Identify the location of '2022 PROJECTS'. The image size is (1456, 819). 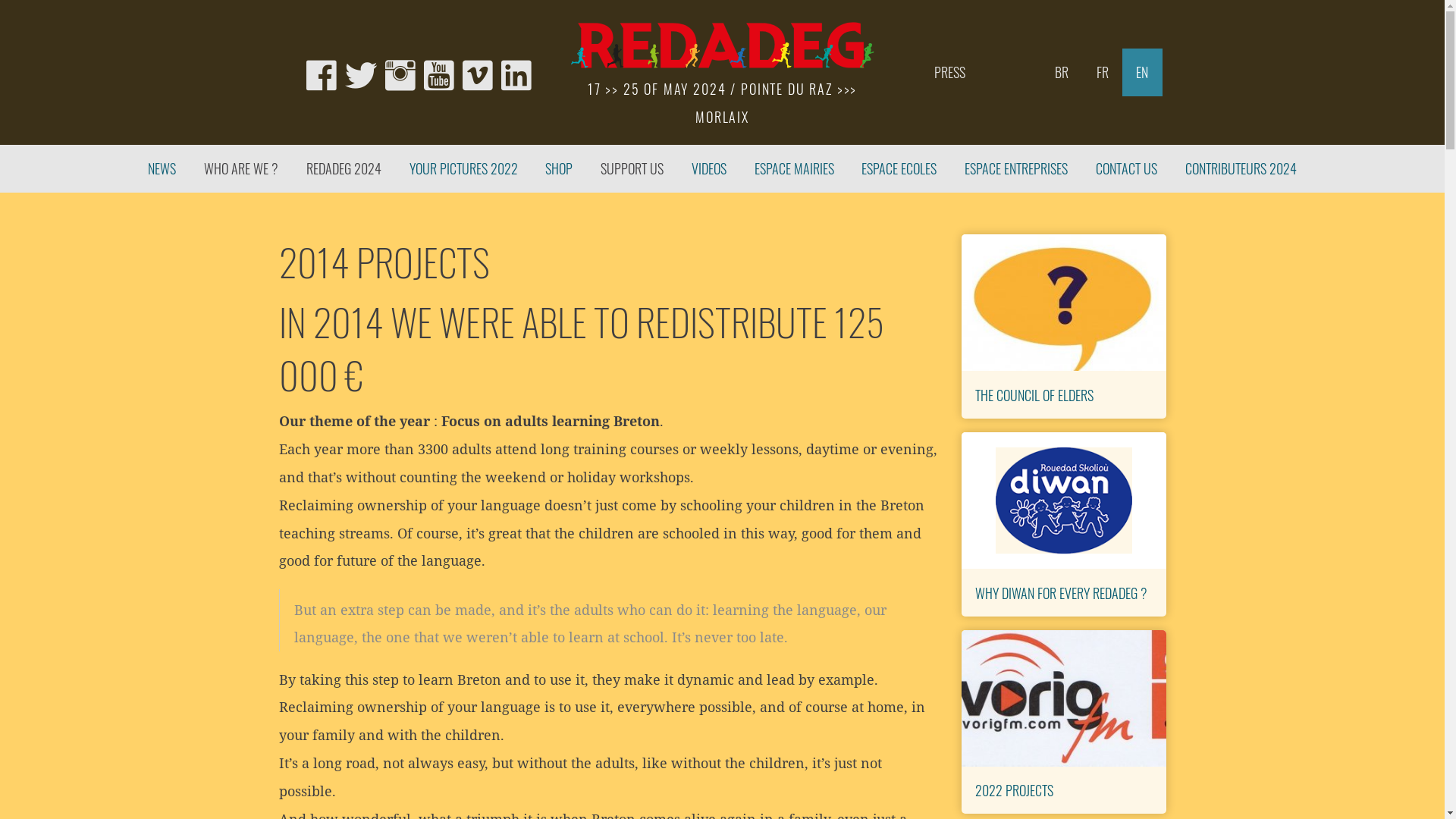
(1014, 789).